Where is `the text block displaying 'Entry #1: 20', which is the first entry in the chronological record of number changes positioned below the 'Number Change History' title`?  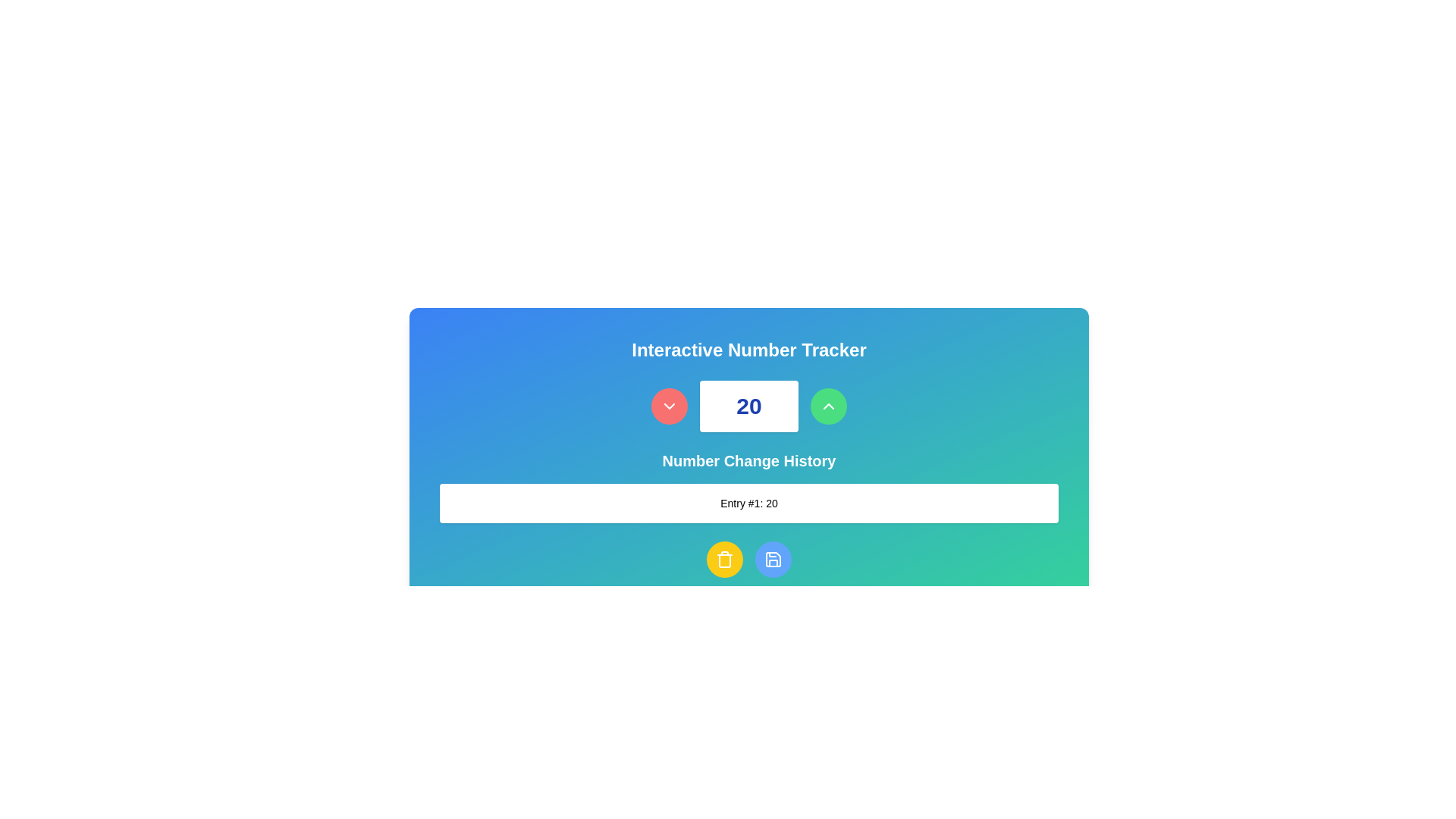 the text block displaying 'Entry #1: 20', which is the first entry in the chronological record of number changes positioned below the 'Number Change History' title is located at coordinates (749, 486).